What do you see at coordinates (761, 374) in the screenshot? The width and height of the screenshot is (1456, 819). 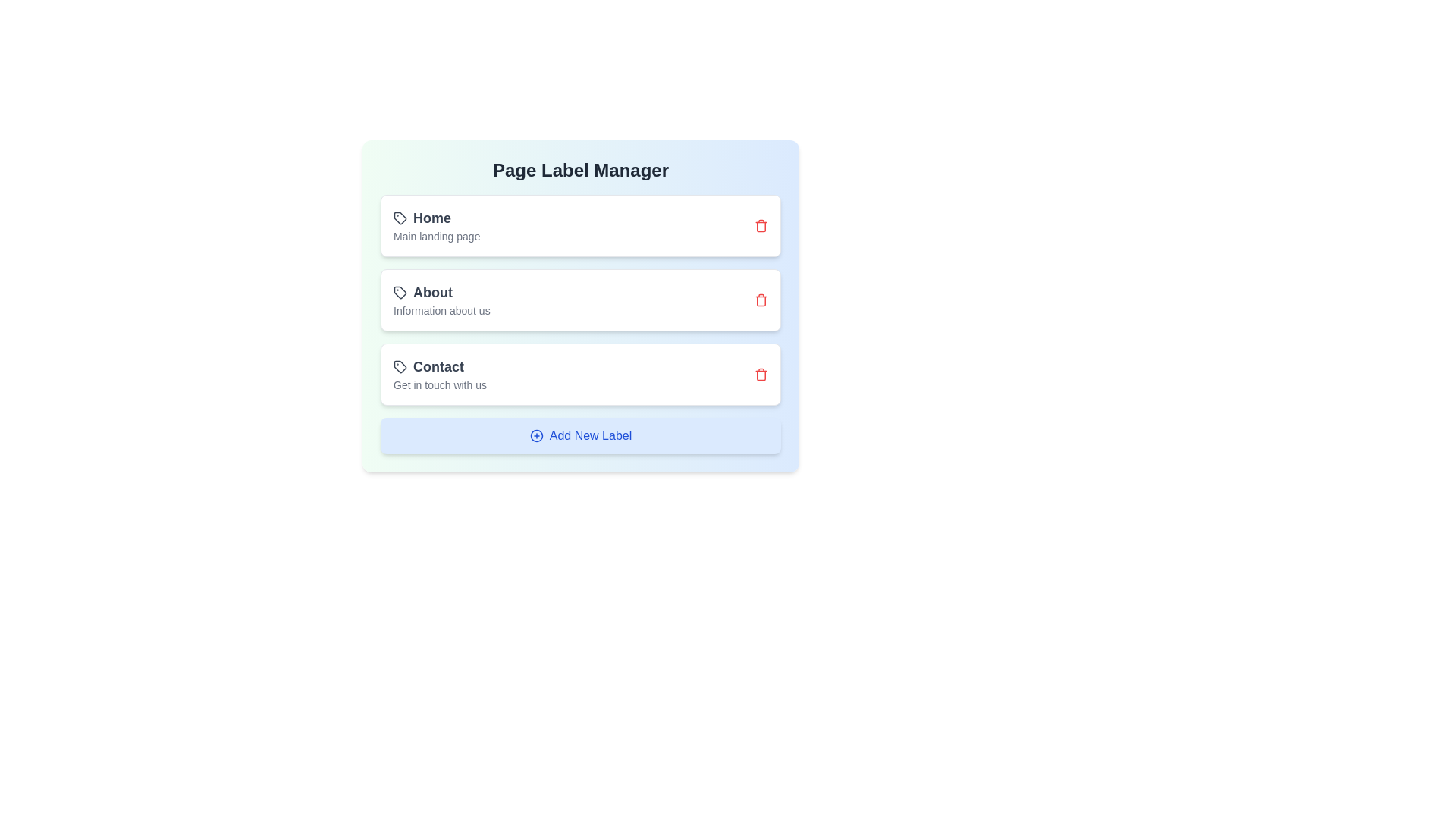 I see `the delete button for the label with text Contact` at bounding box center [761, 374].